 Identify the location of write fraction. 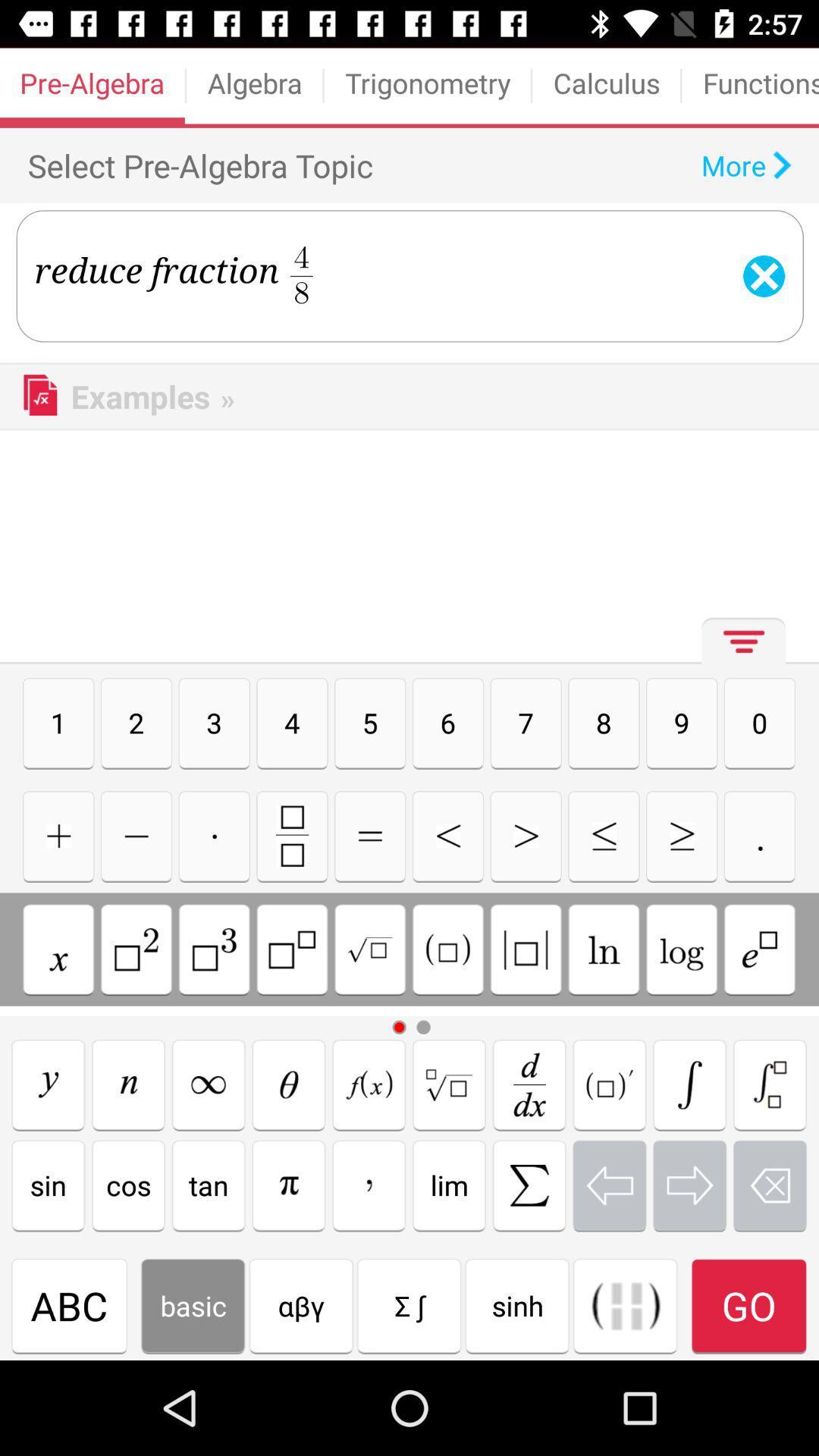
(292, 835).